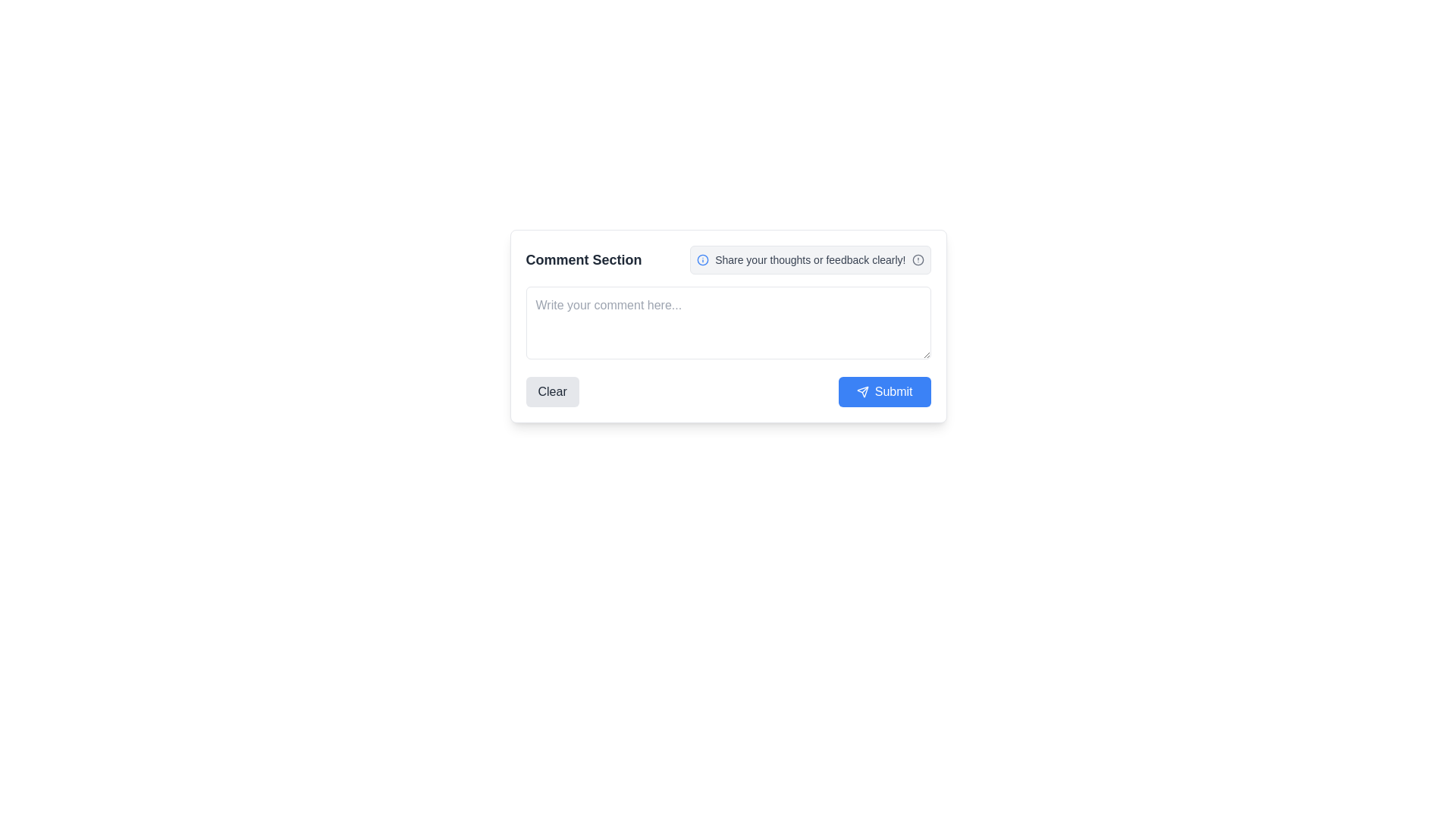 The image size is (1456, 819). I want to click on the icon embedded within the 'Submit' button, which is located on the right side of the comment input section in the feedback form interface, so click(862, 391).